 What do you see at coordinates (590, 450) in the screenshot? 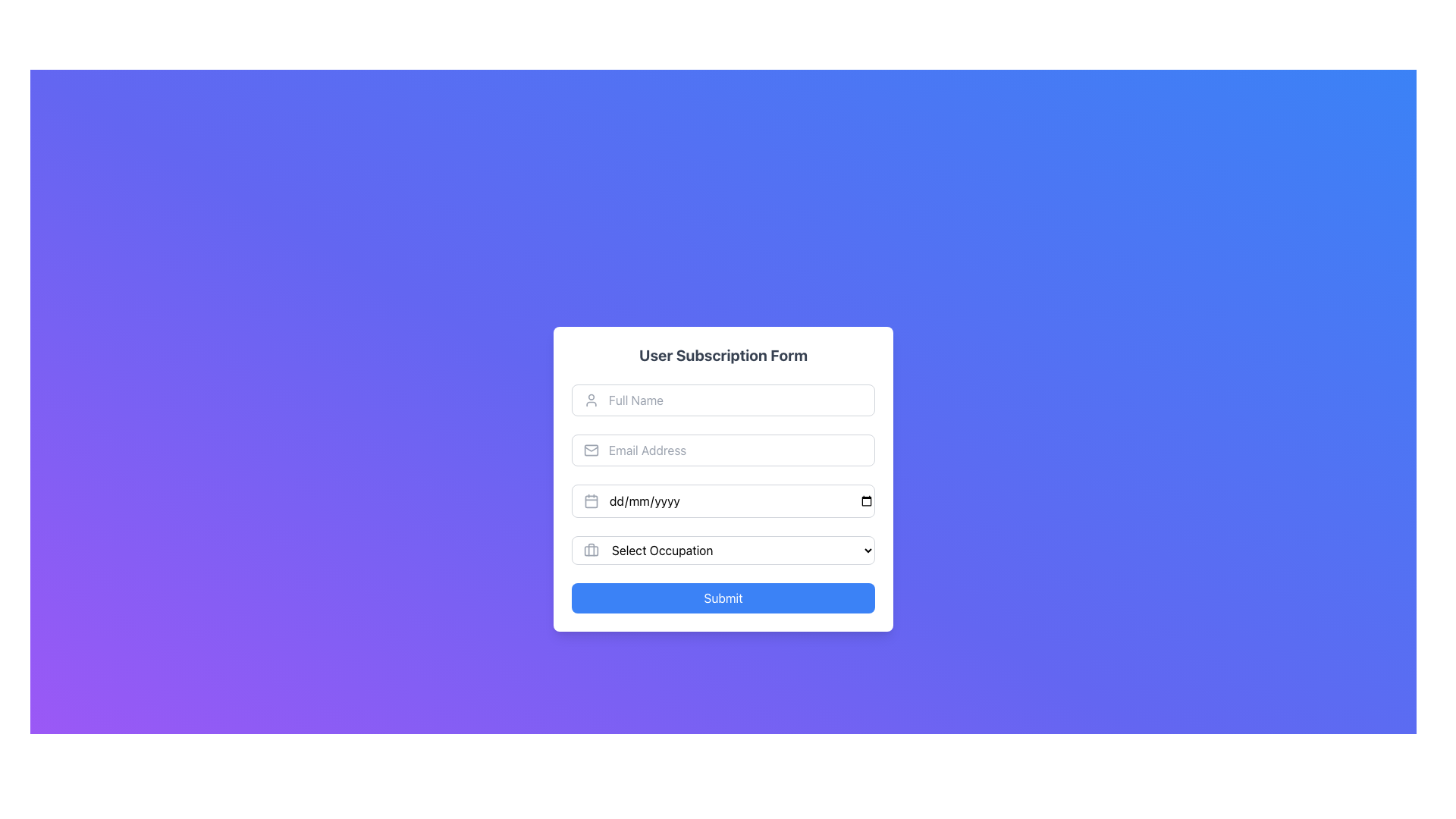
I see `the small gray envelope icon that symbolizes email, located to the left of the 'Email Address' input field in the subscription form` at bounding box center [590, 450].